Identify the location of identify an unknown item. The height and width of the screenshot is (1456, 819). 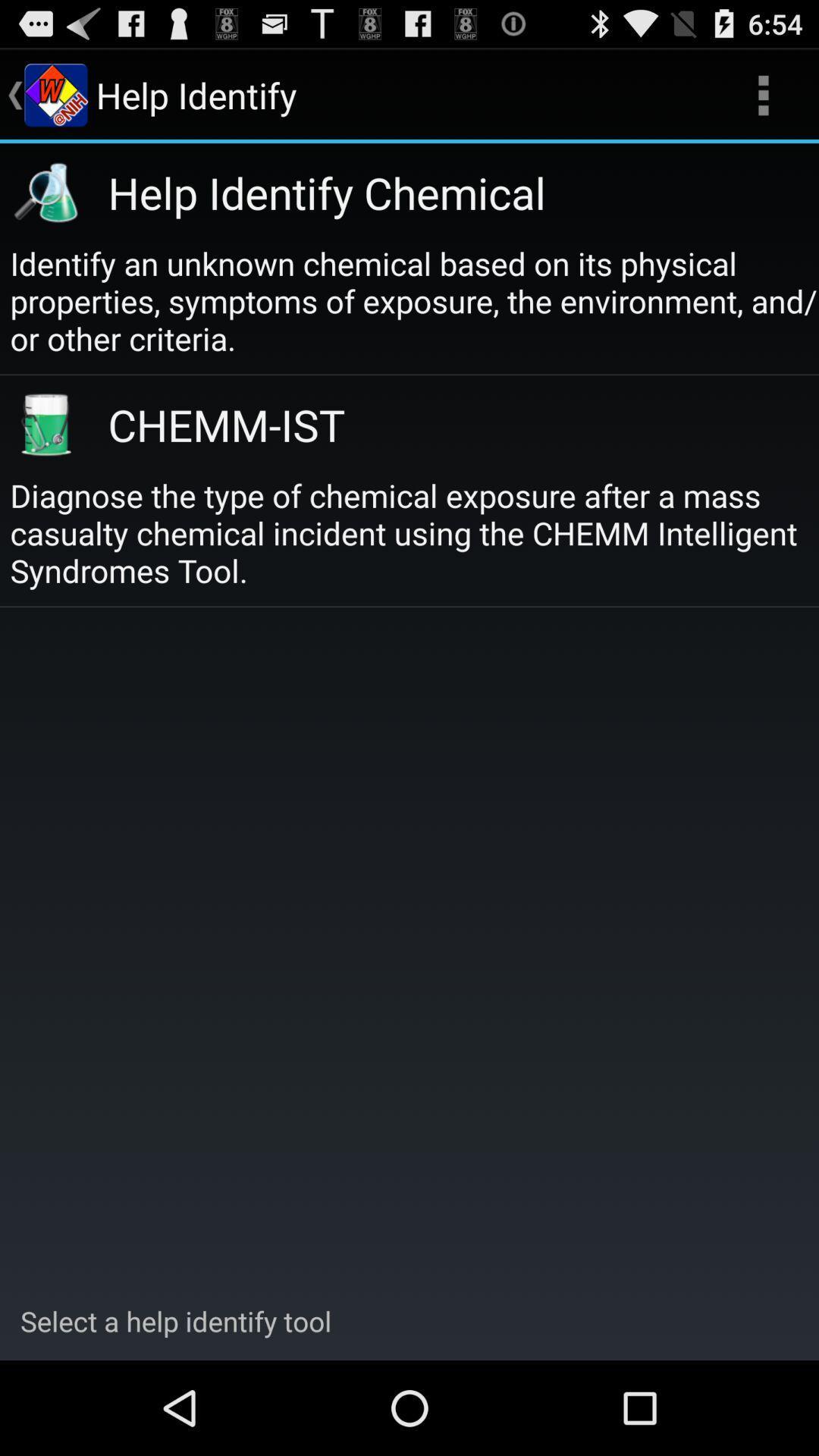
(414, 300).